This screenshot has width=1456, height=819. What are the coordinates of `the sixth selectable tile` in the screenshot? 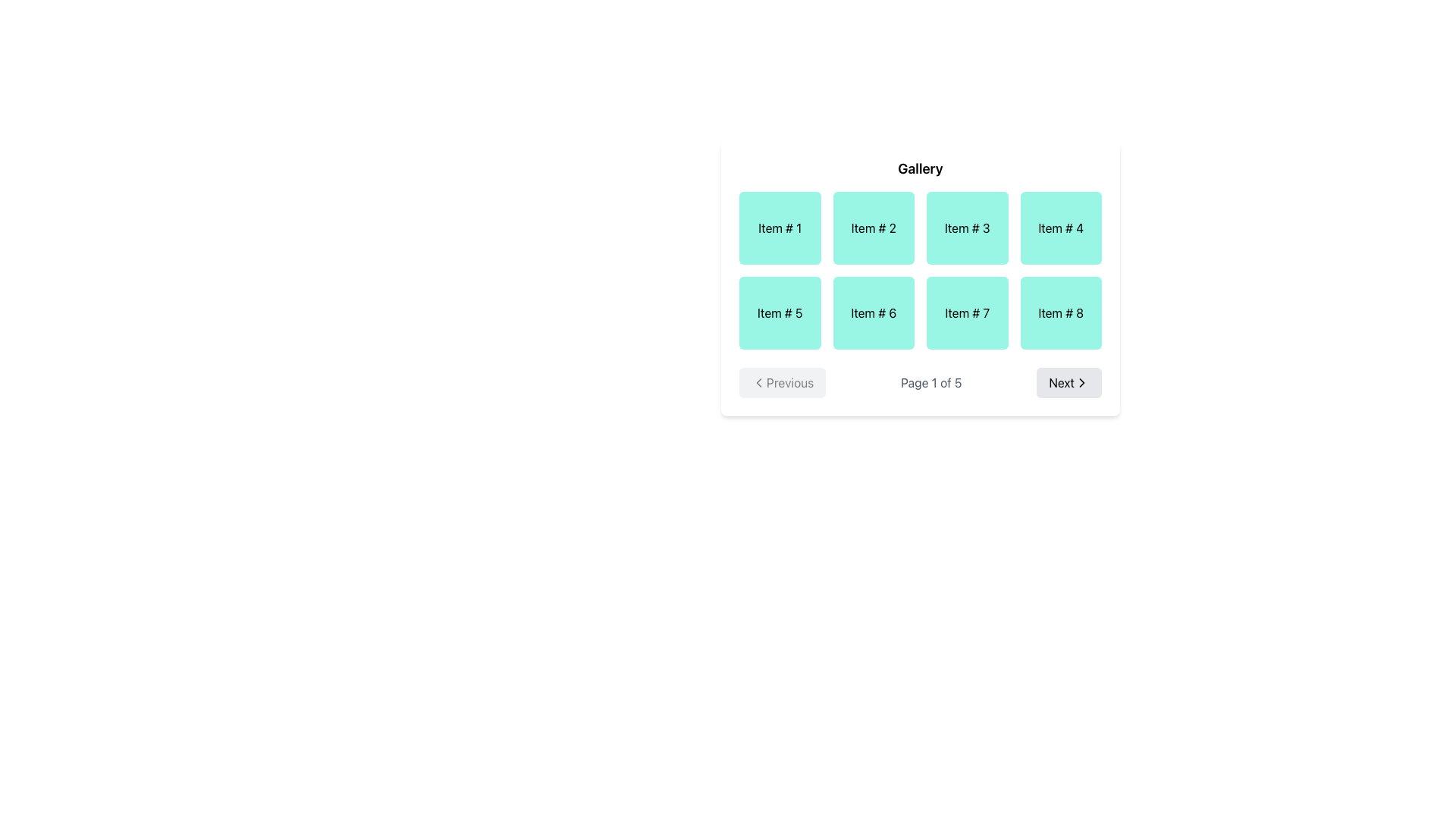 It's located at (874, 312).